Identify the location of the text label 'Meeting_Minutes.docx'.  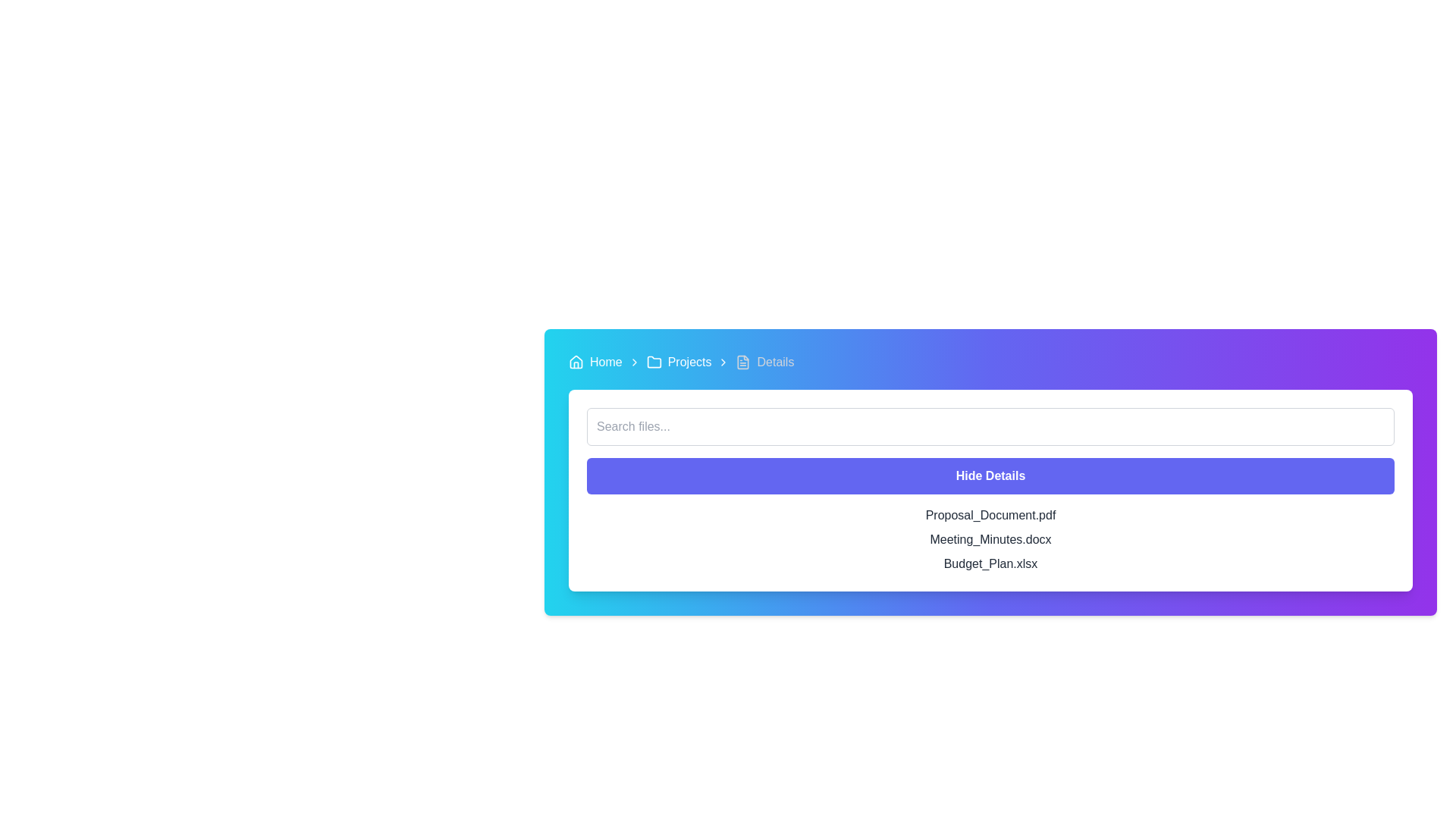
(990, 539).